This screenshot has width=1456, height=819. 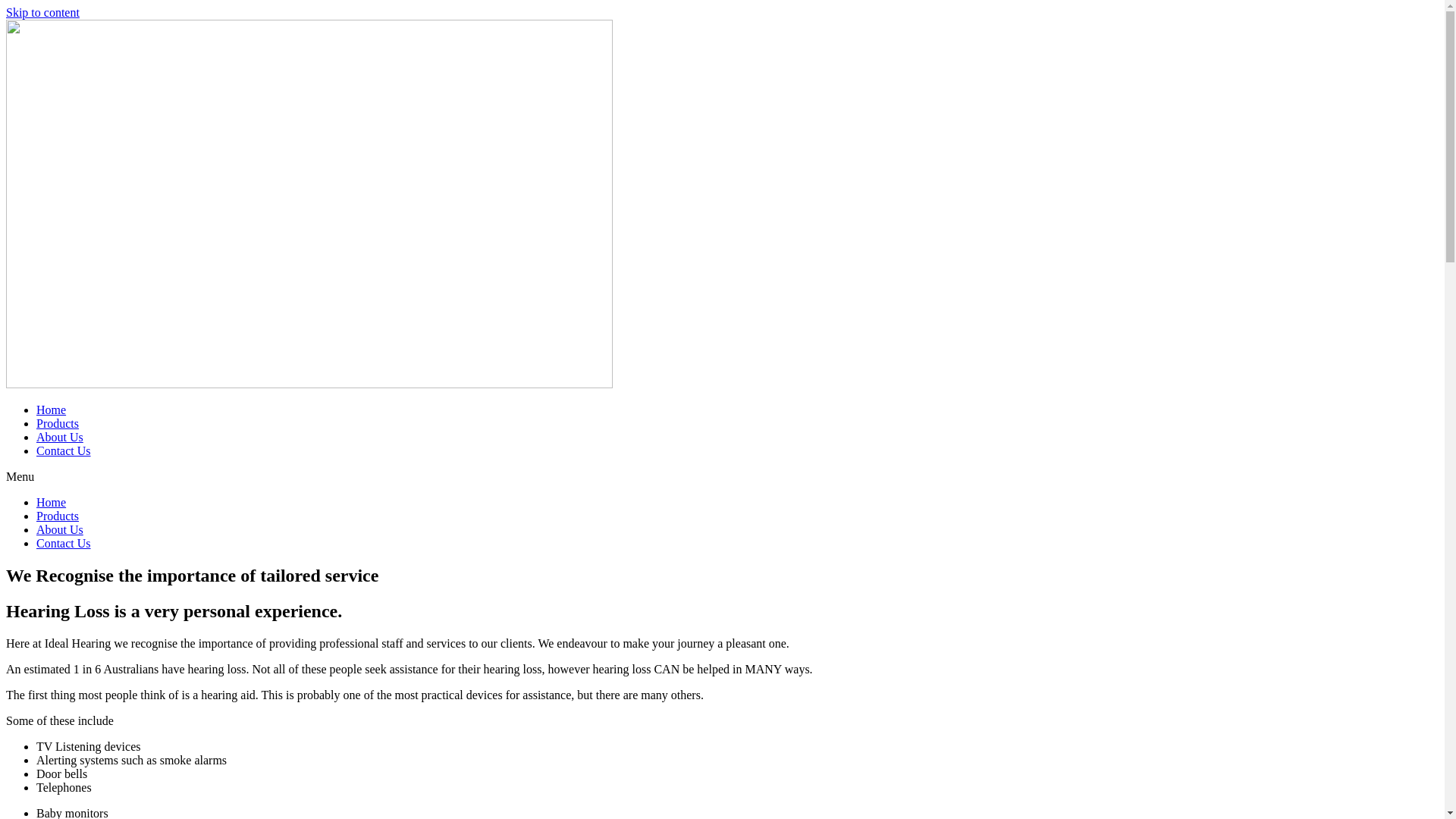 I want to click on 'Products', so click(x=58, y=423).